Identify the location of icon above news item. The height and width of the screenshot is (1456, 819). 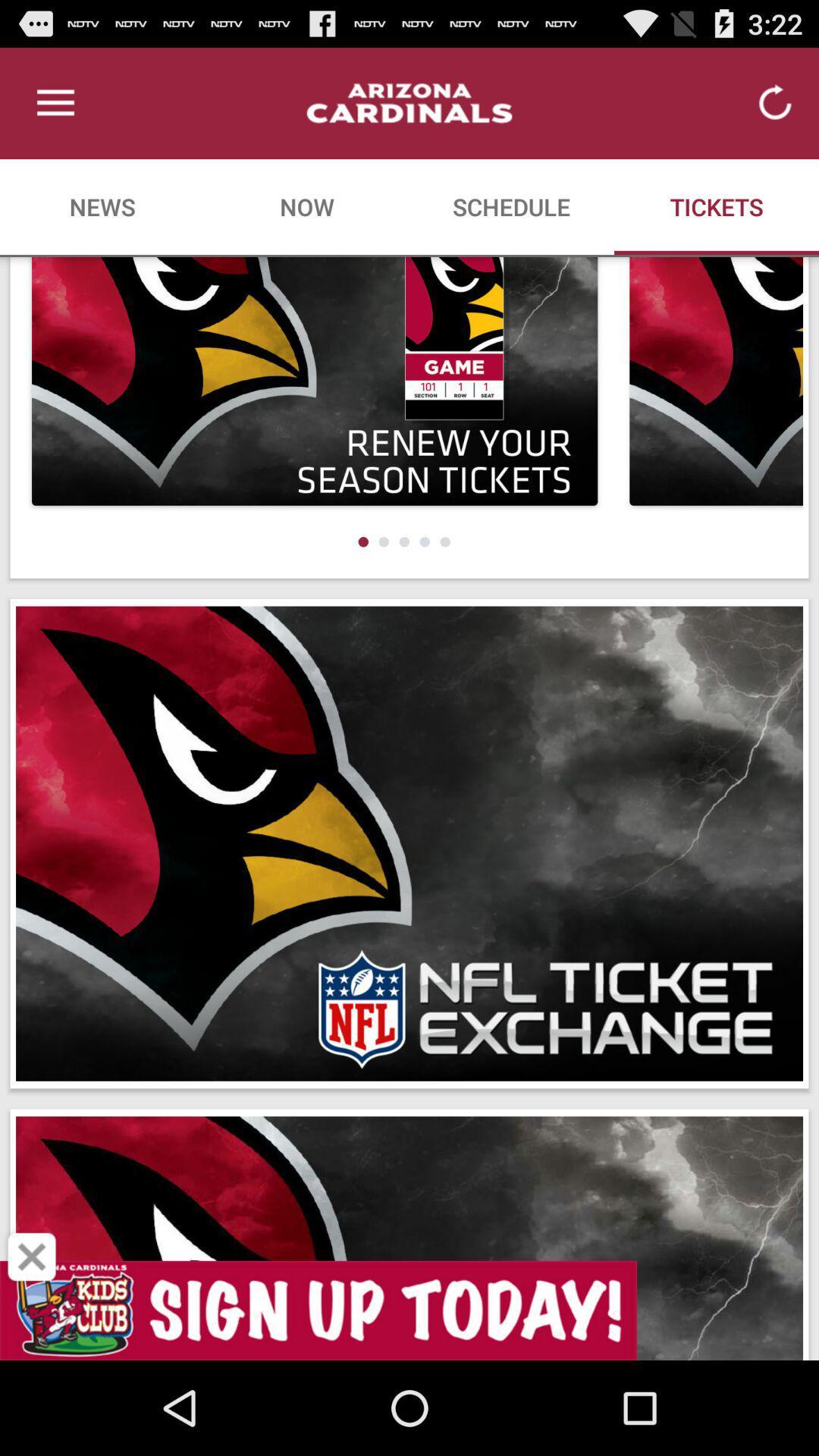
(55, 102).